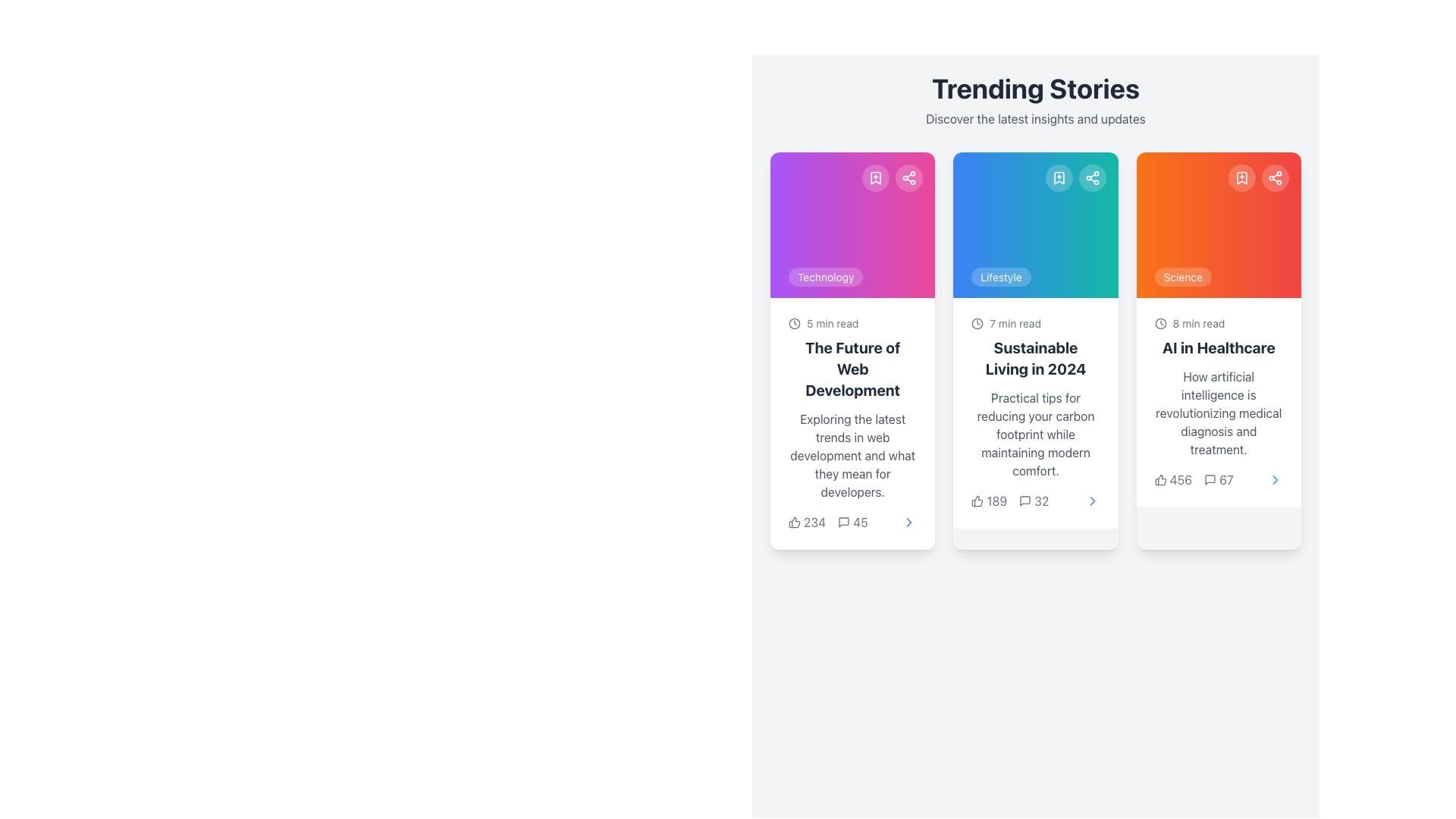 The width and height of the screenshot is (1456, 819). What do you see at coordinates (1001, 277) in the screenshot?
I see `text of the small rectangular label with rounded edges, which has a light blue background and white text reading 'Lifestyle', located at the bottom-left corner of the third card in the 'Trending Stories' section` at bounding box center [1001, 277].